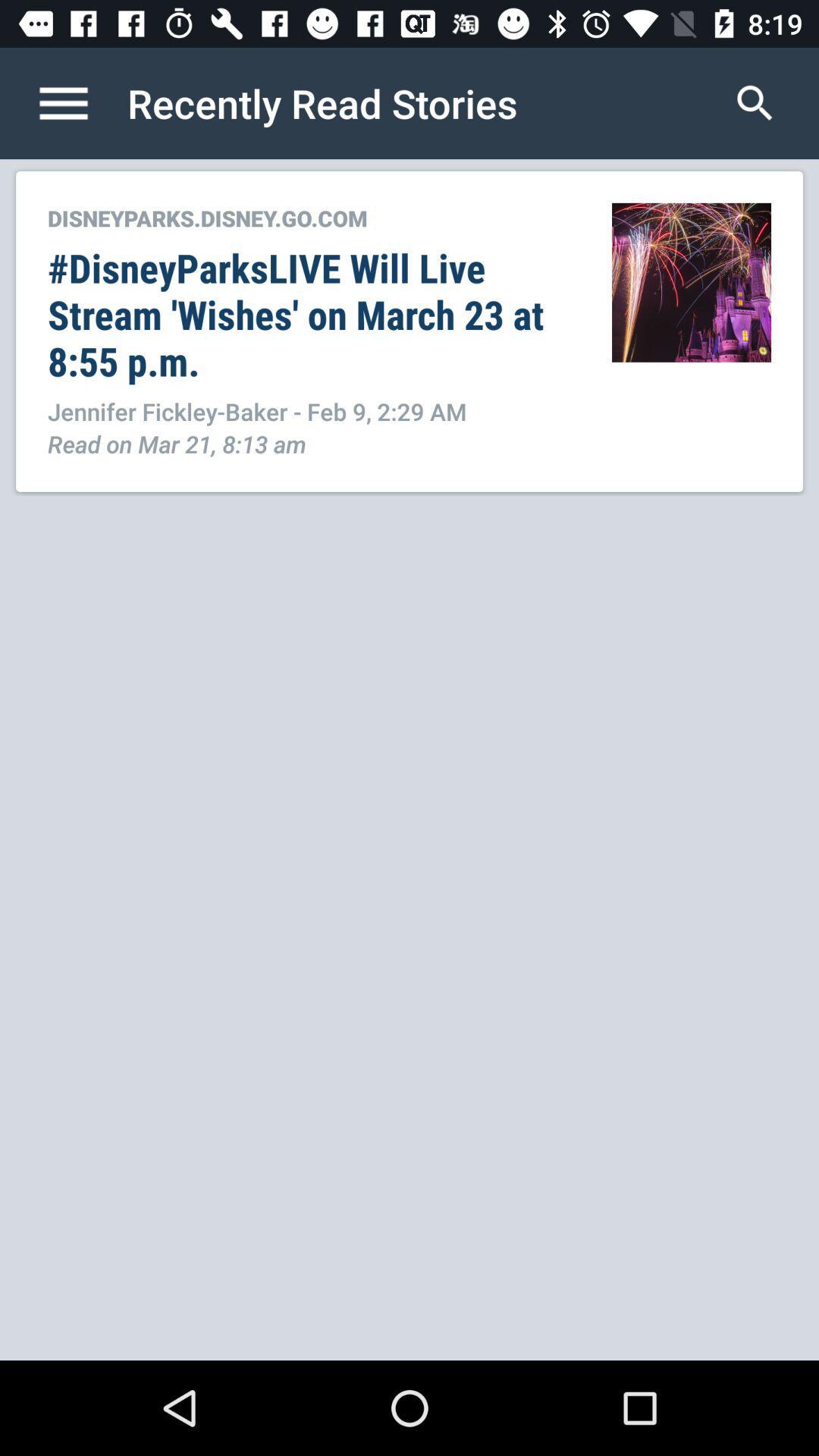  I want to click on the icon above the disneyparkslive will live item, so click(312, 217).